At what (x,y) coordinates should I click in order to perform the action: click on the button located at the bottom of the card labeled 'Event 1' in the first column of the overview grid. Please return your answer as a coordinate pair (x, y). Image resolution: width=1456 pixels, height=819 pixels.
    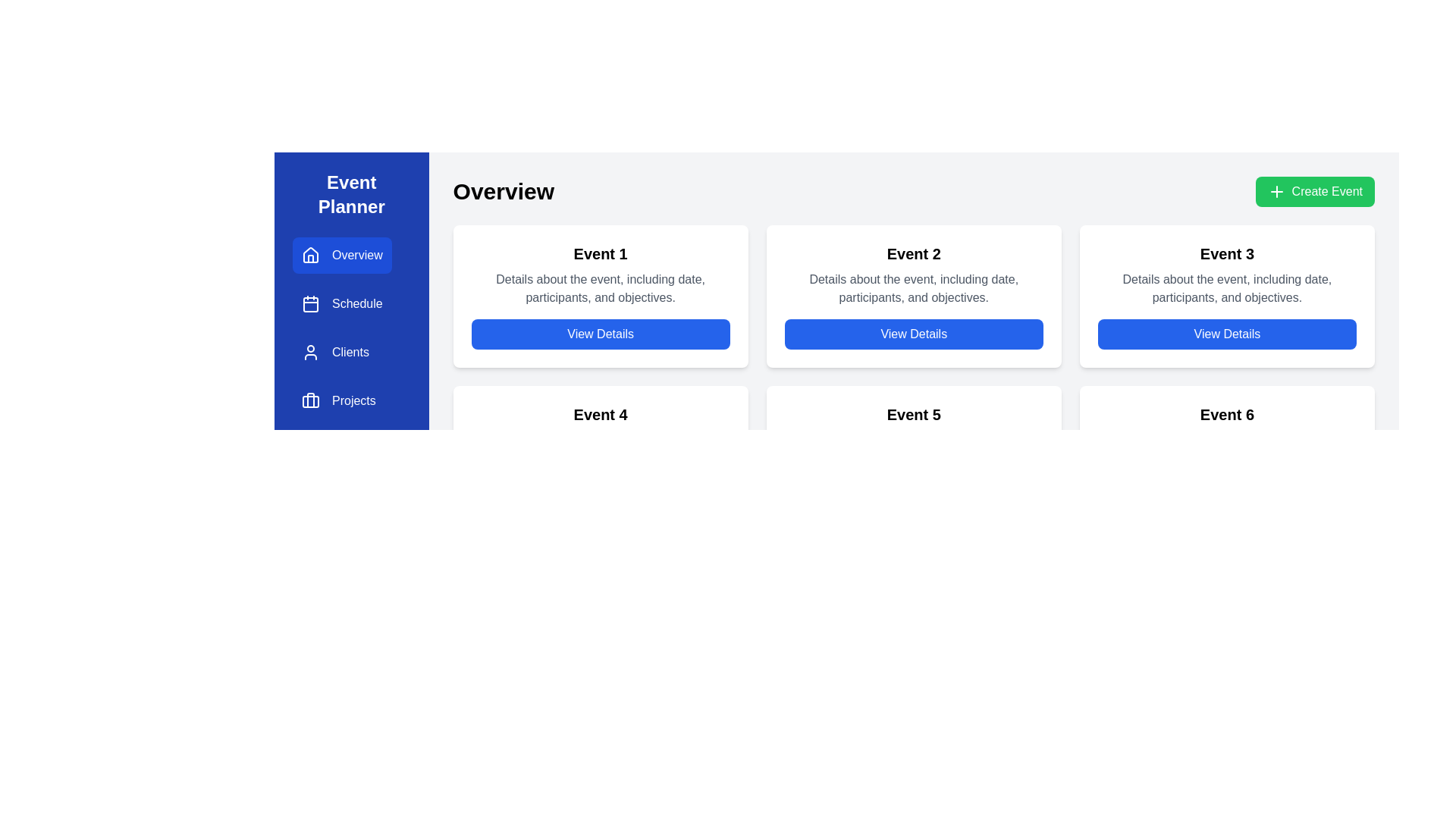
    Looking at the image, I should click on (600, 333).